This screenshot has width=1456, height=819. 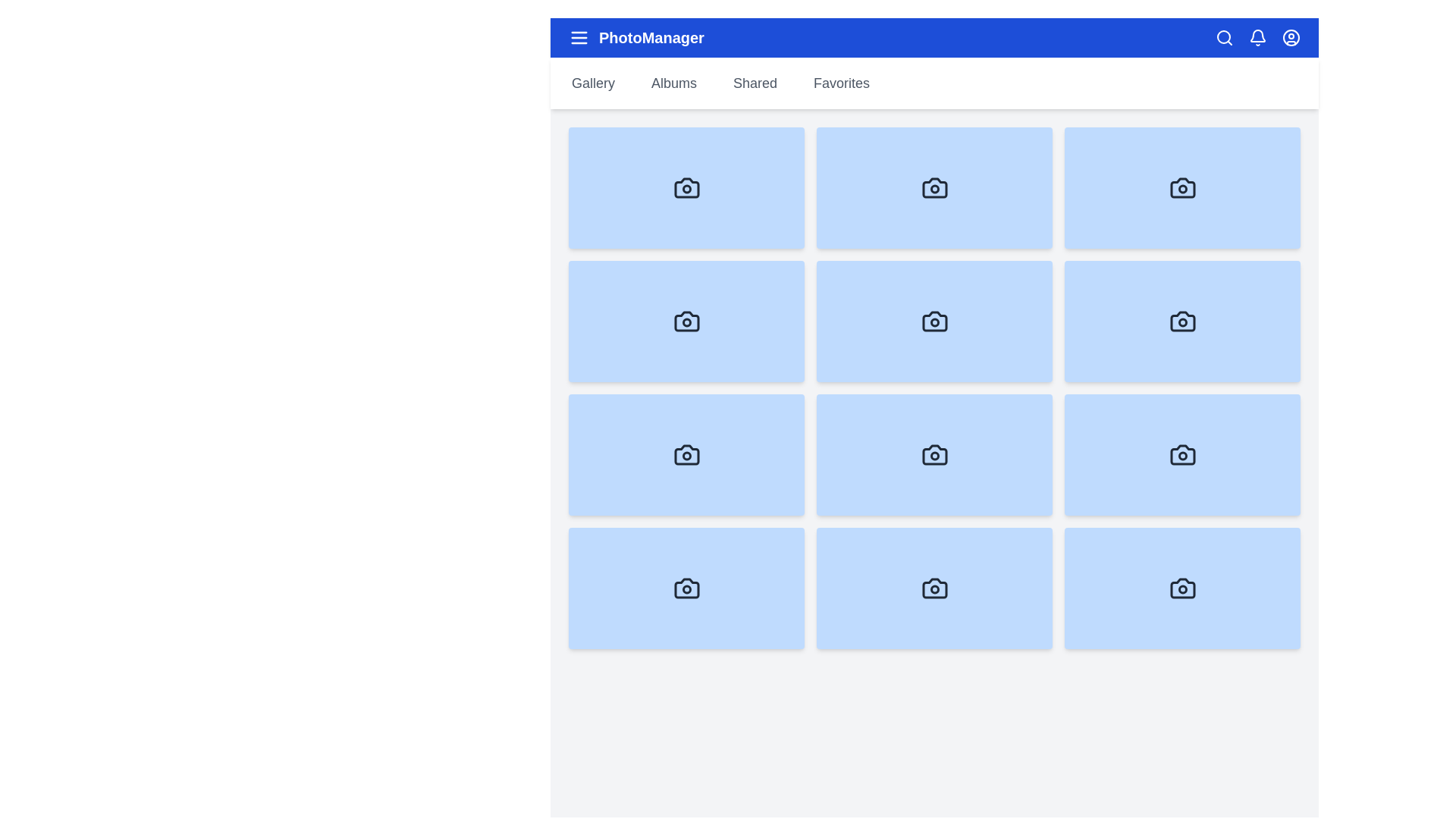 What do you see at coordinates (592, 83) in the screenshot?
I see `the navigation option Gallery` at bounding box center [592, 83].